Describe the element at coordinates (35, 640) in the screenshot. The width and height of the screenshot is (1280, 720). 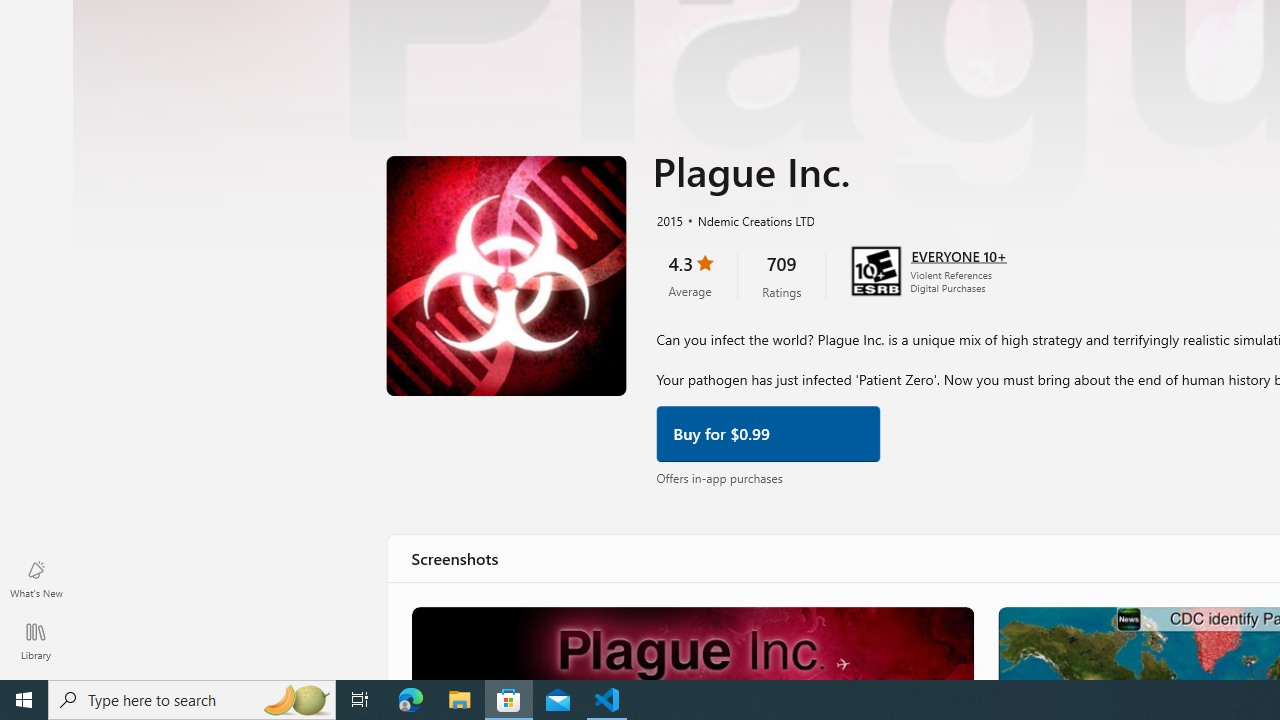
I see `'Library'` at that location.